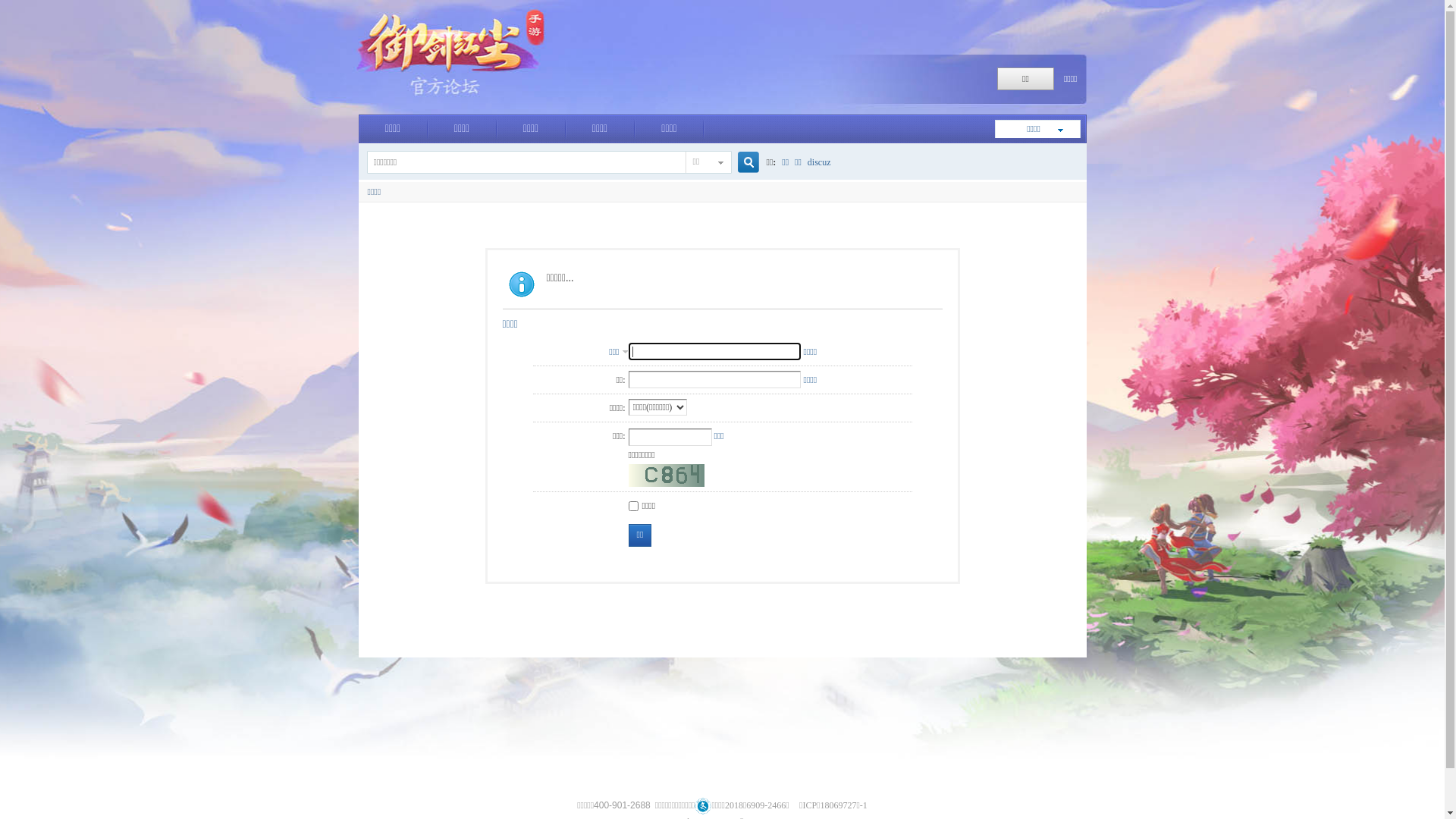  Describe the element at coordinates (818, 162) in the screenshot. I see `'discuz'` at that location.